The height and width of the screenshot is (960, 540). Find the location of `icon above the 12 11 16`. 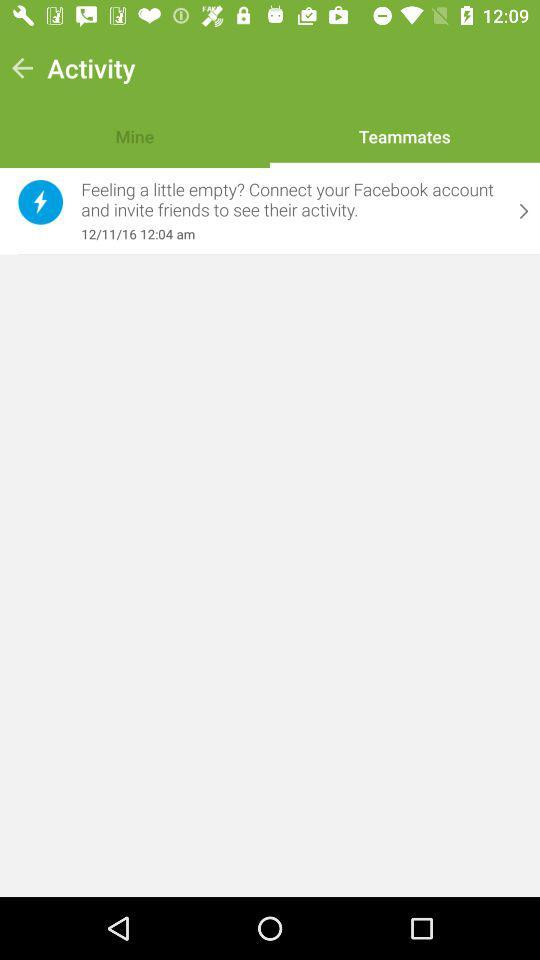

icon above the 12 11 16 is located at coordinates (290, 200).